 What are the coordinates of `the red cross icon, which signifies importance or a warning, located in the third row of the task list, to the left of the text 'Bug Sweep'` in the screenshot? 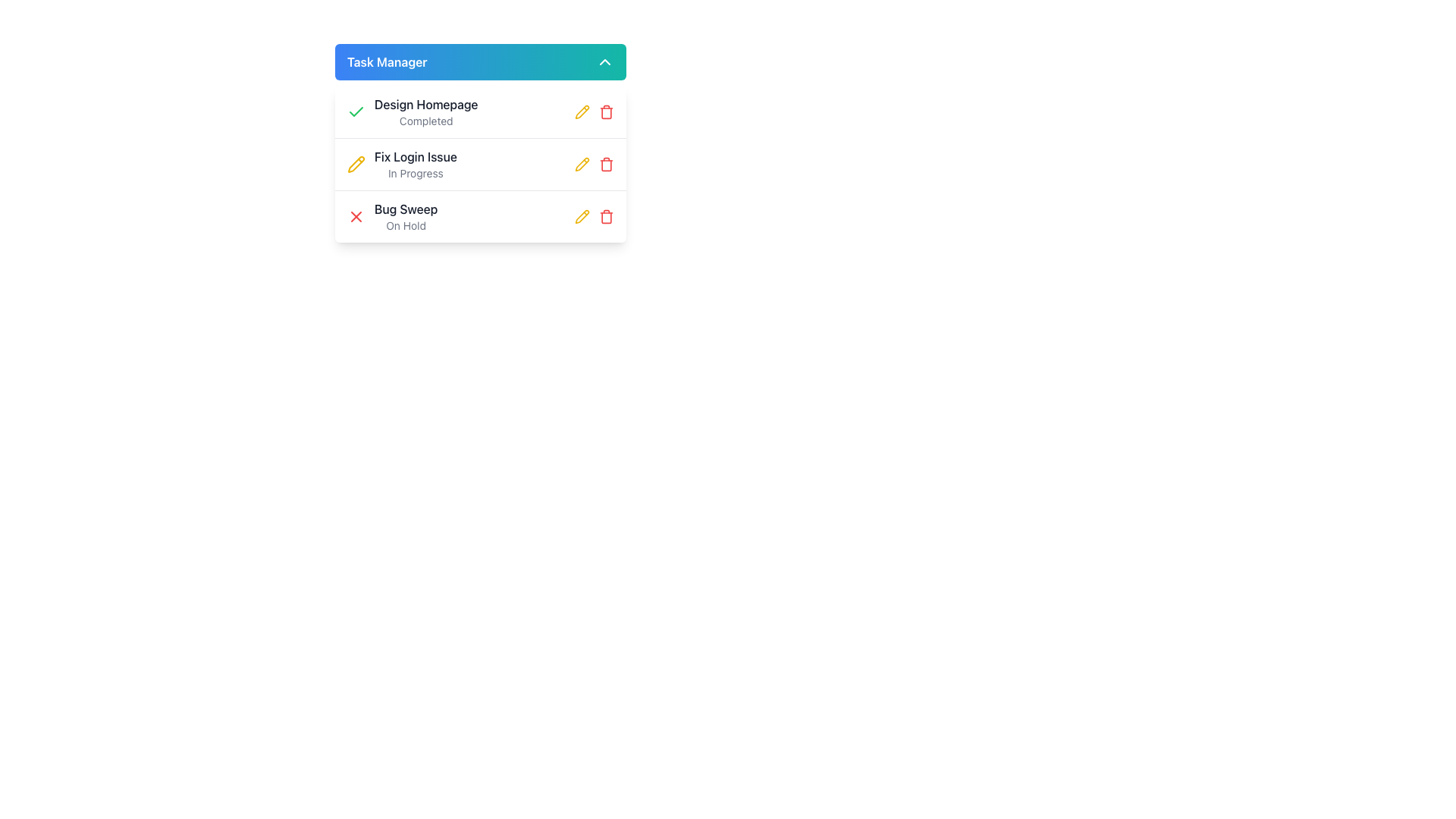 It's located at (356, 216).